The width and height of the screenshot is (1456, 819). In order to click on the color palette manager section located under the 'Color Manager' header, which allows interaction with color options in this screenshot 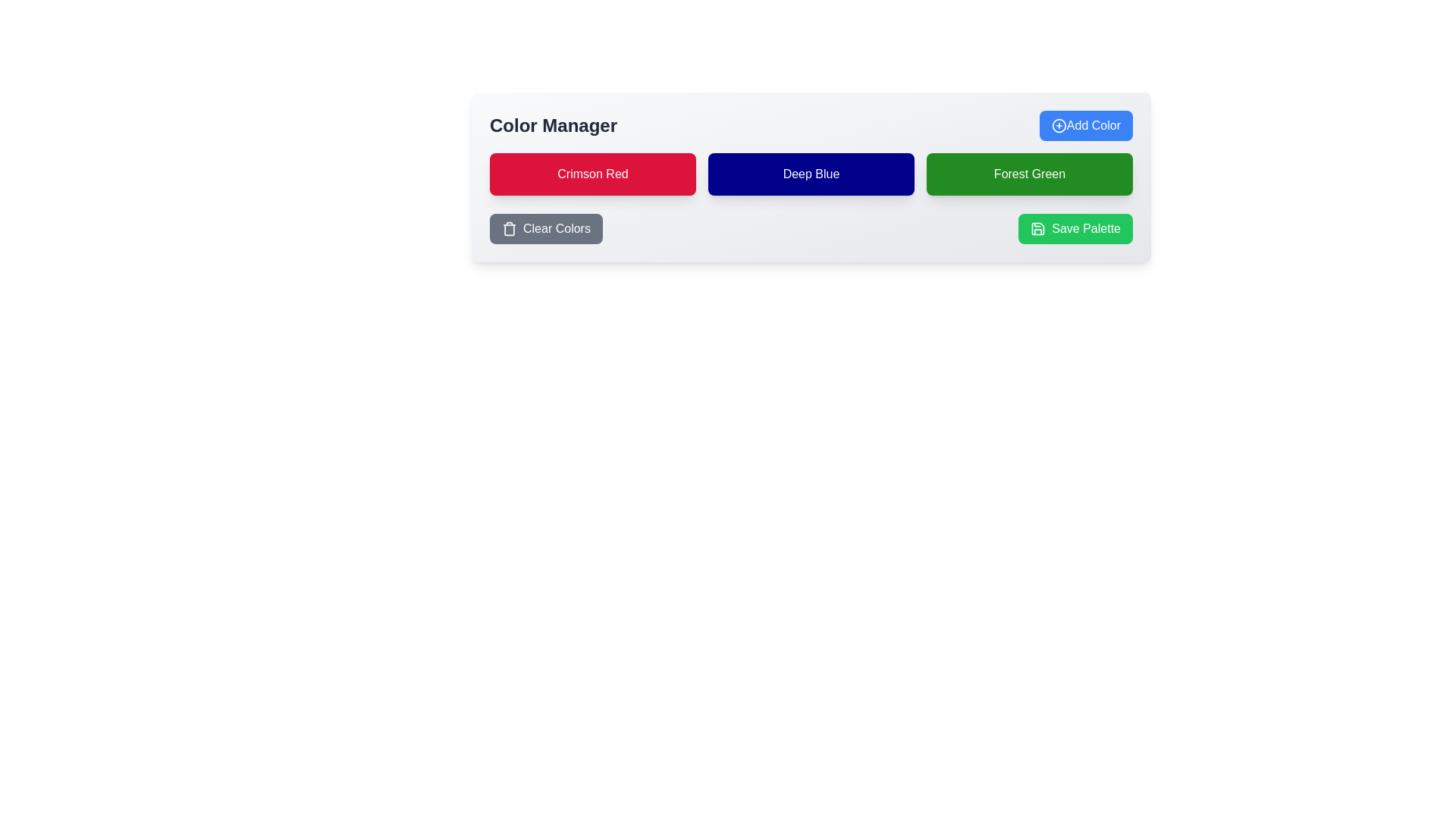, I will do `click(811, 177)`.